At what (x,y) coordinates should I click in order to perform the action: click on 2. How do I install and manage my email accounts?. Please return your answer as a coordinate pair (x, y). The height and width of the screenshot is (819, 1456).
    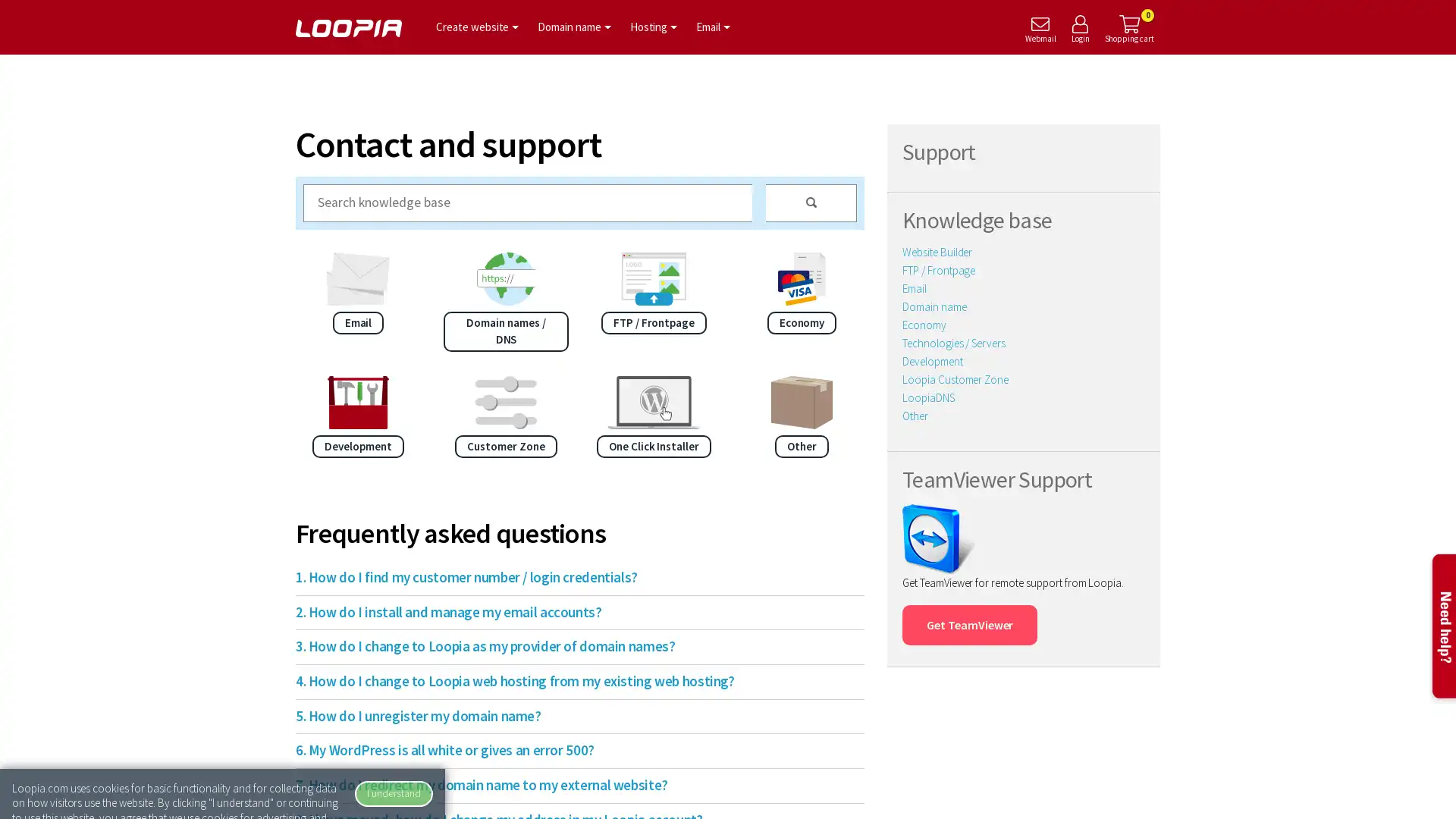
    Looking at the image, I should click on (571, 611).